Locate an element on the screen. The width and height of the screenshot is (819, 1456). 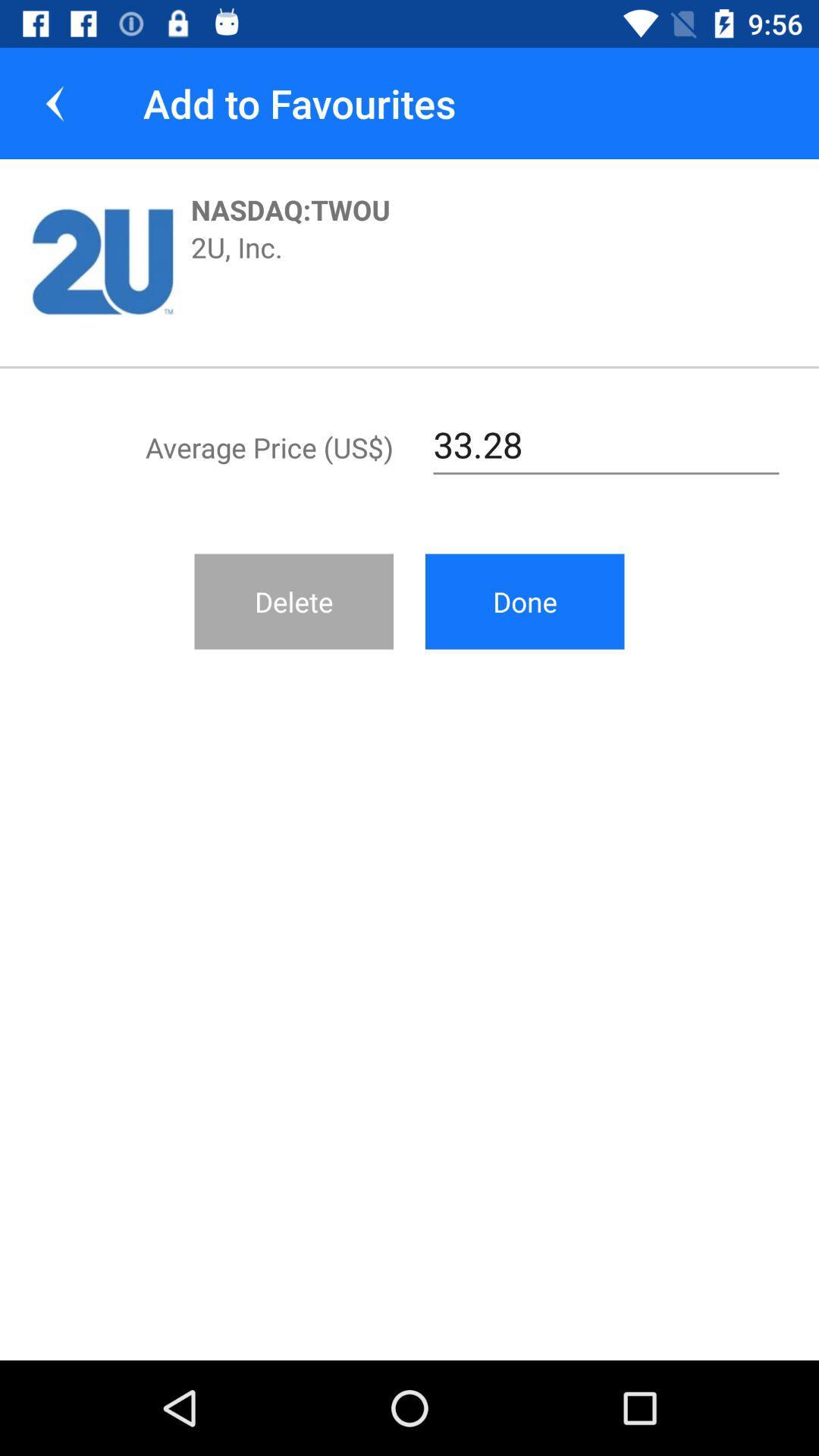
the icon to the right of the delete is located at coordinates (524, 601).